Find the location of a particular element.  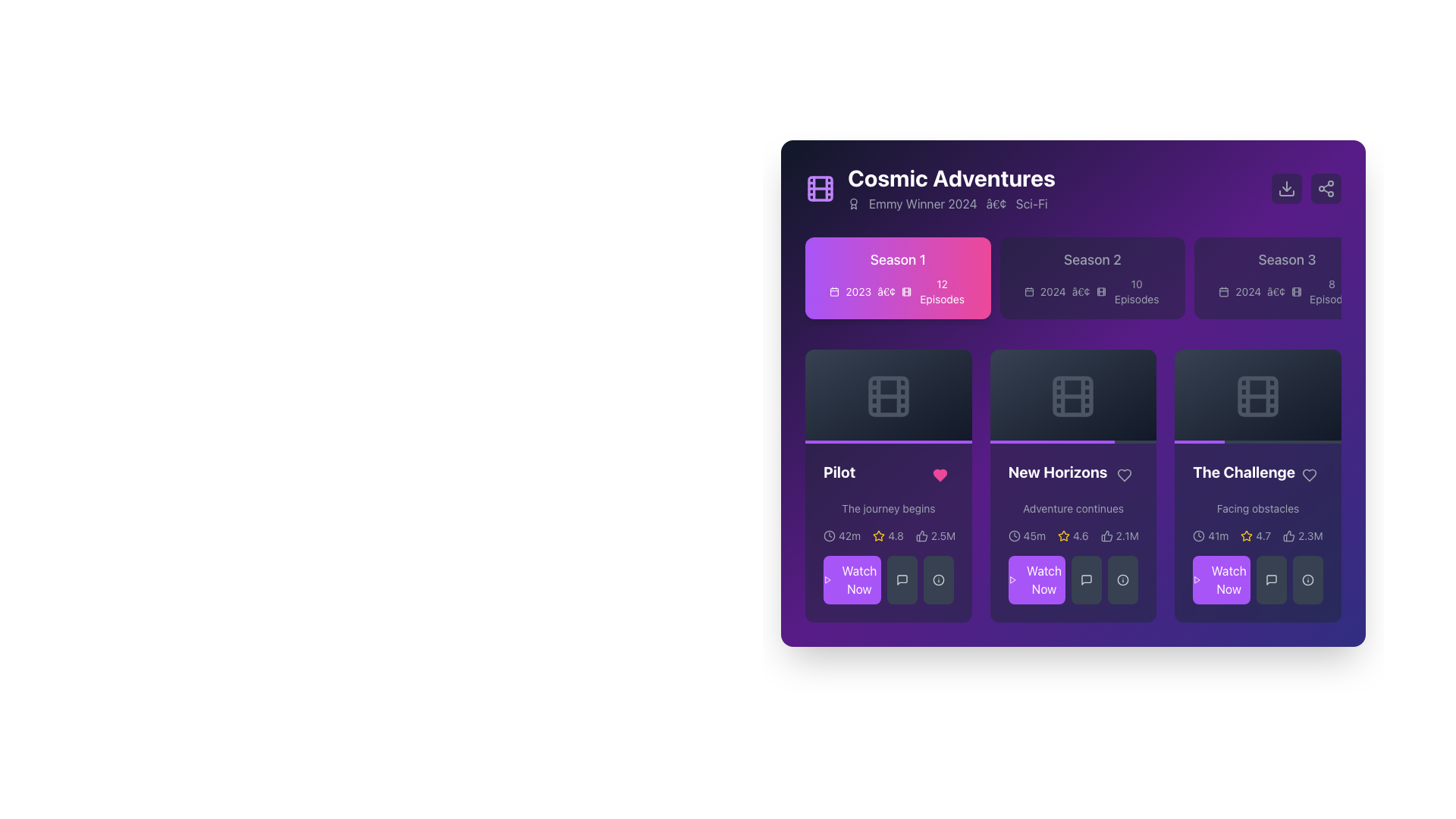

circular information icon displayed within the SVG graphic element at the bottom of the 'Pilot' card is located at coordinates (937, 579).